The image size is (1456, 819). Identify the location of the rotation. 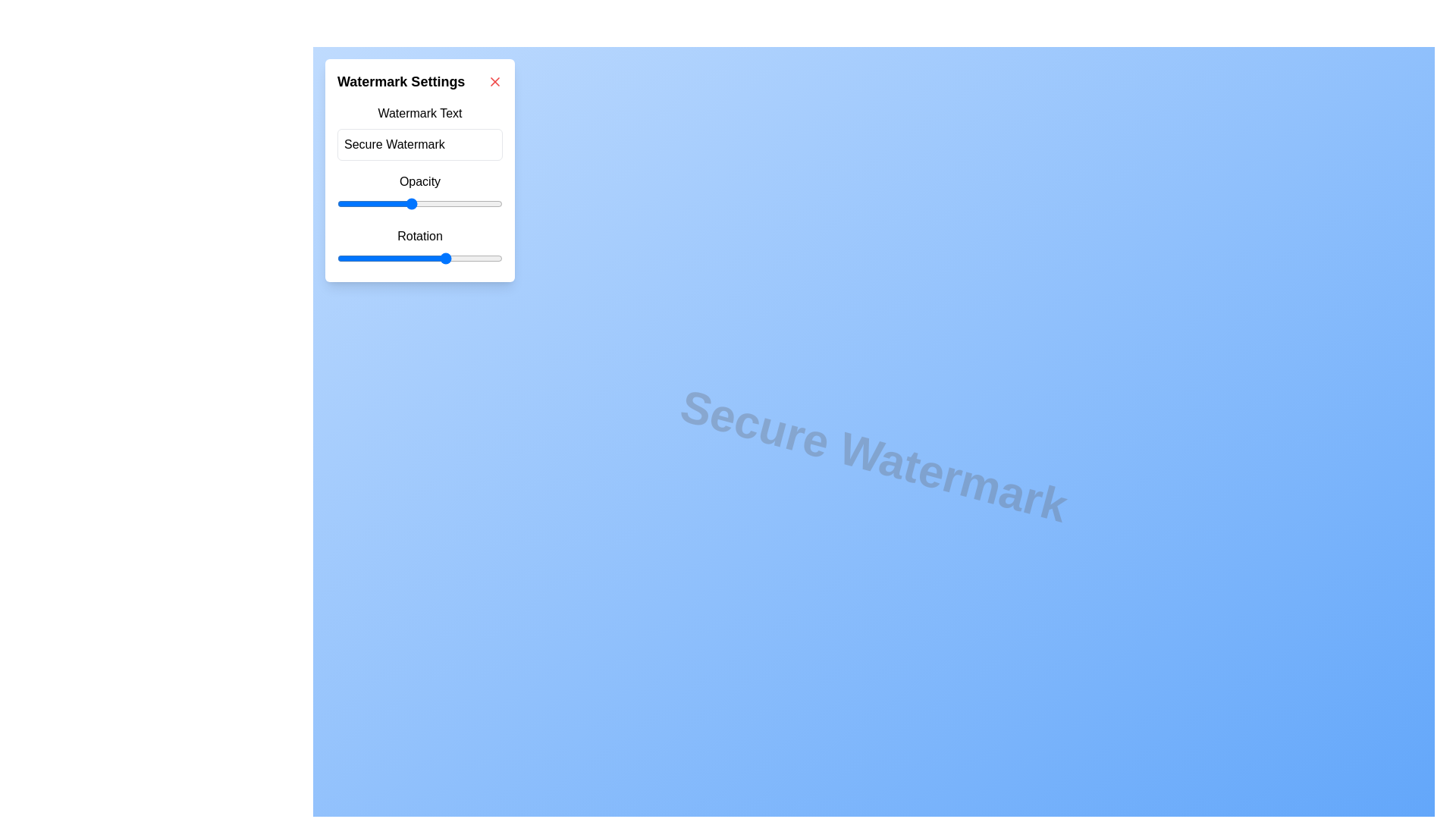
(366, 257).